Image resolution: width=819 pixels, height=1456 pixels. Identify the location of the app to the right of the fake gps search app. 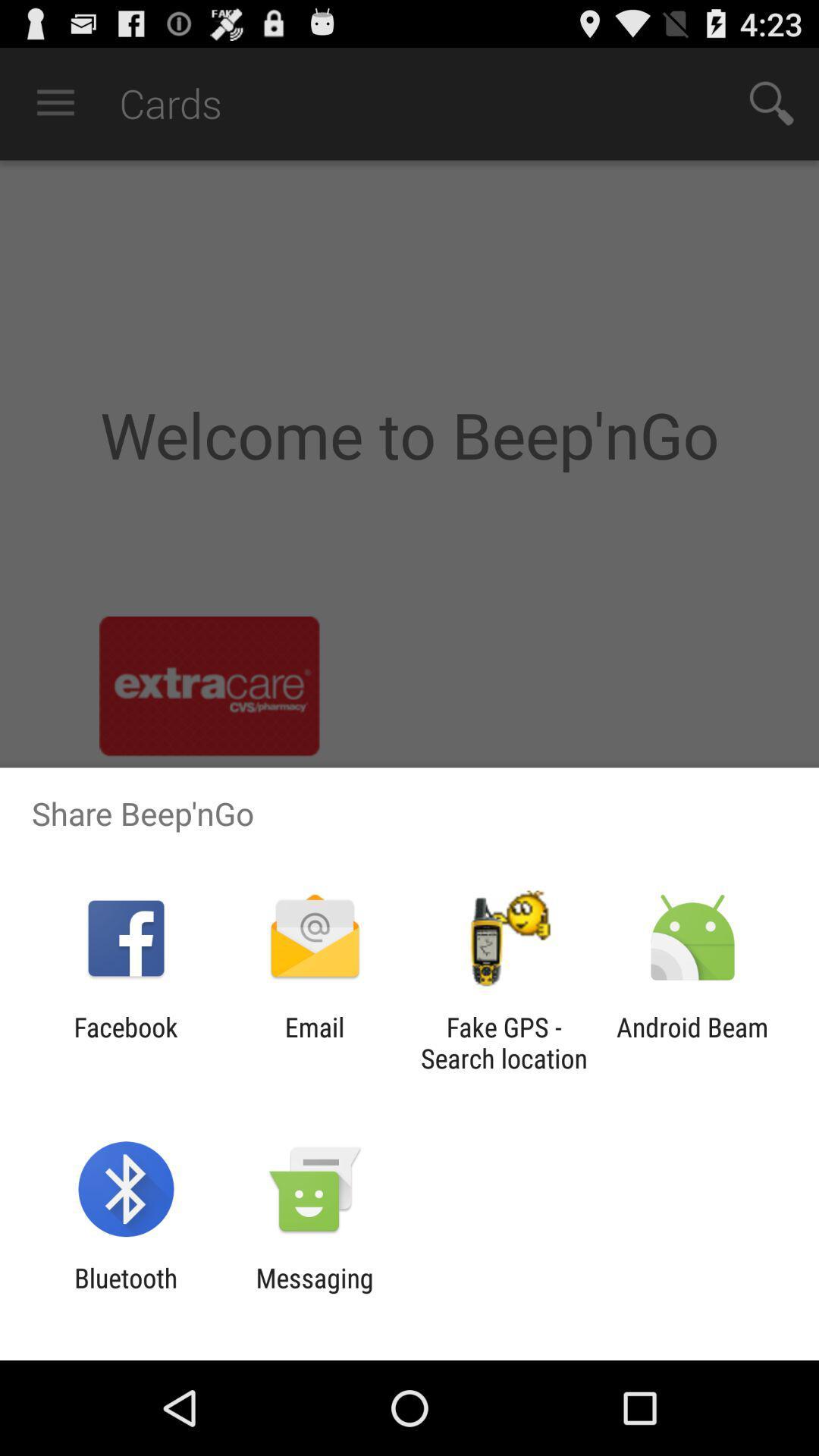
(692, 1042).